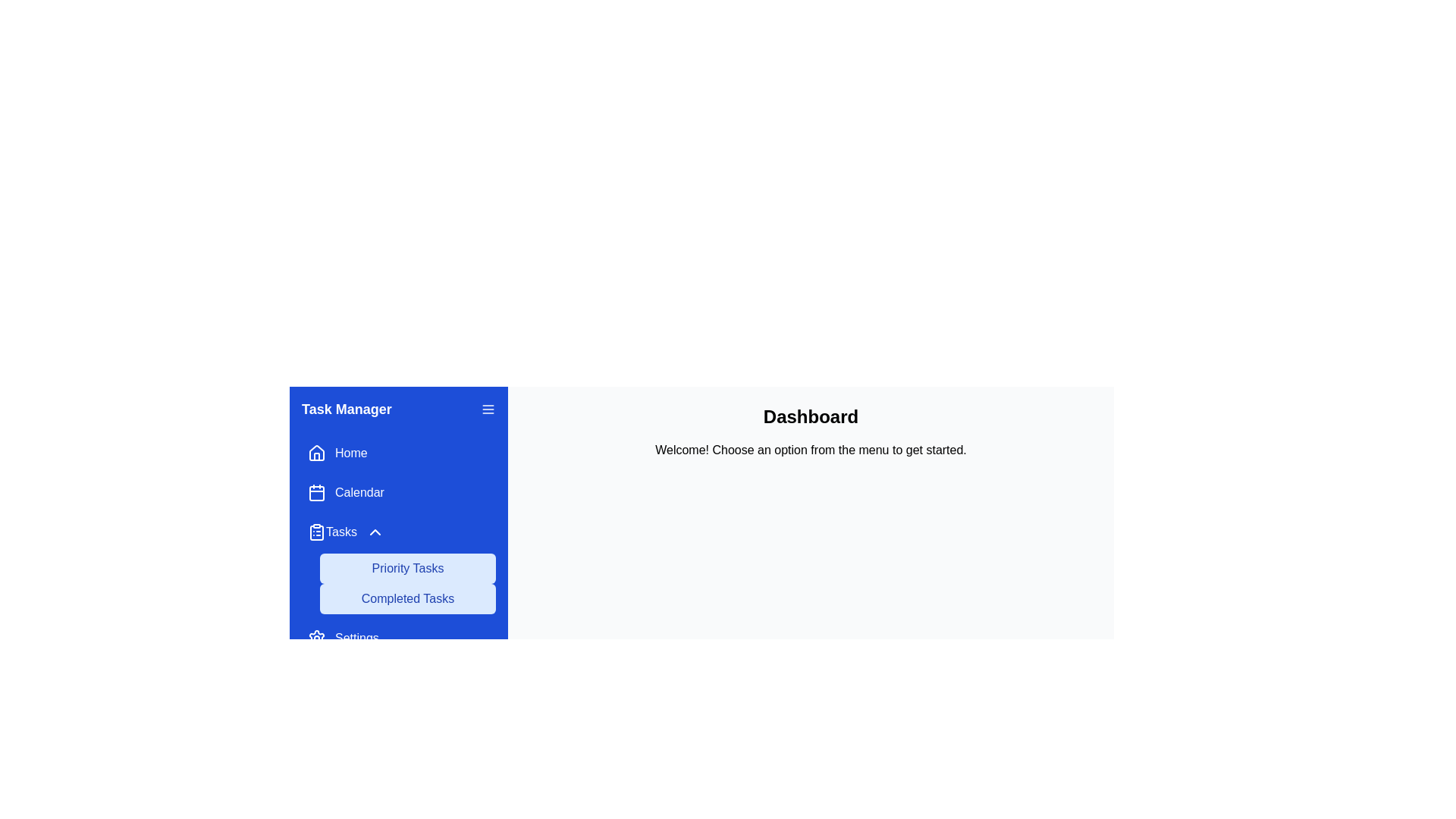  What do you see at coordinates (810, 450) in the screenshot?
I see `the textual display that shows the message 'Welcome! Choose an option from the menu to get started.' located below the heading 'Dashboard' in the main content area` at bounding box center [810, 450].